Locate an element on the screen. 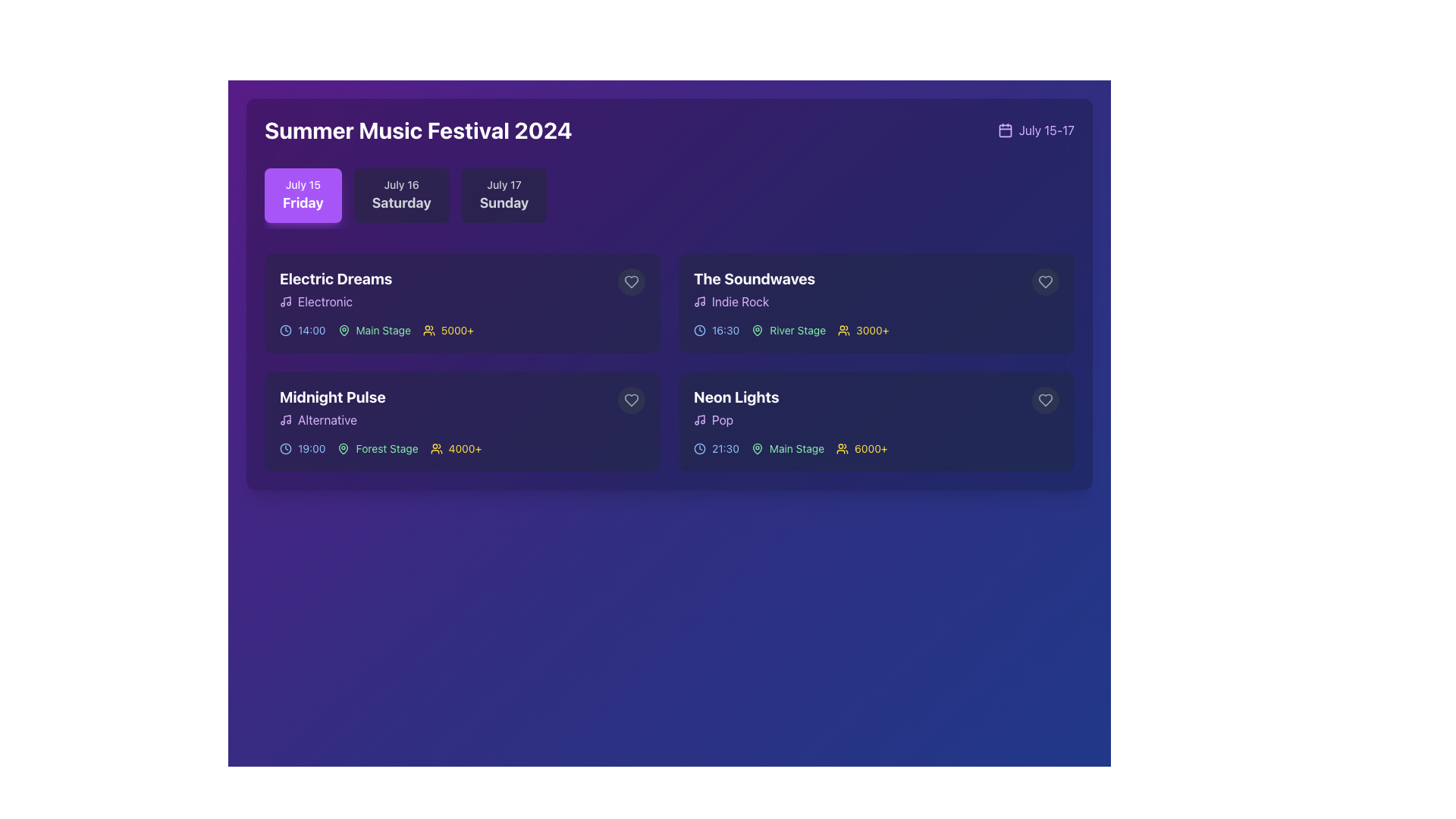 The height and width of the screenshot is (819, 1456). graphic details of the purple music note icon located to the left of the word 'Pop' in the 'Neon Lights' event card in the bottom-right panel is located at coordinates (698, 420).